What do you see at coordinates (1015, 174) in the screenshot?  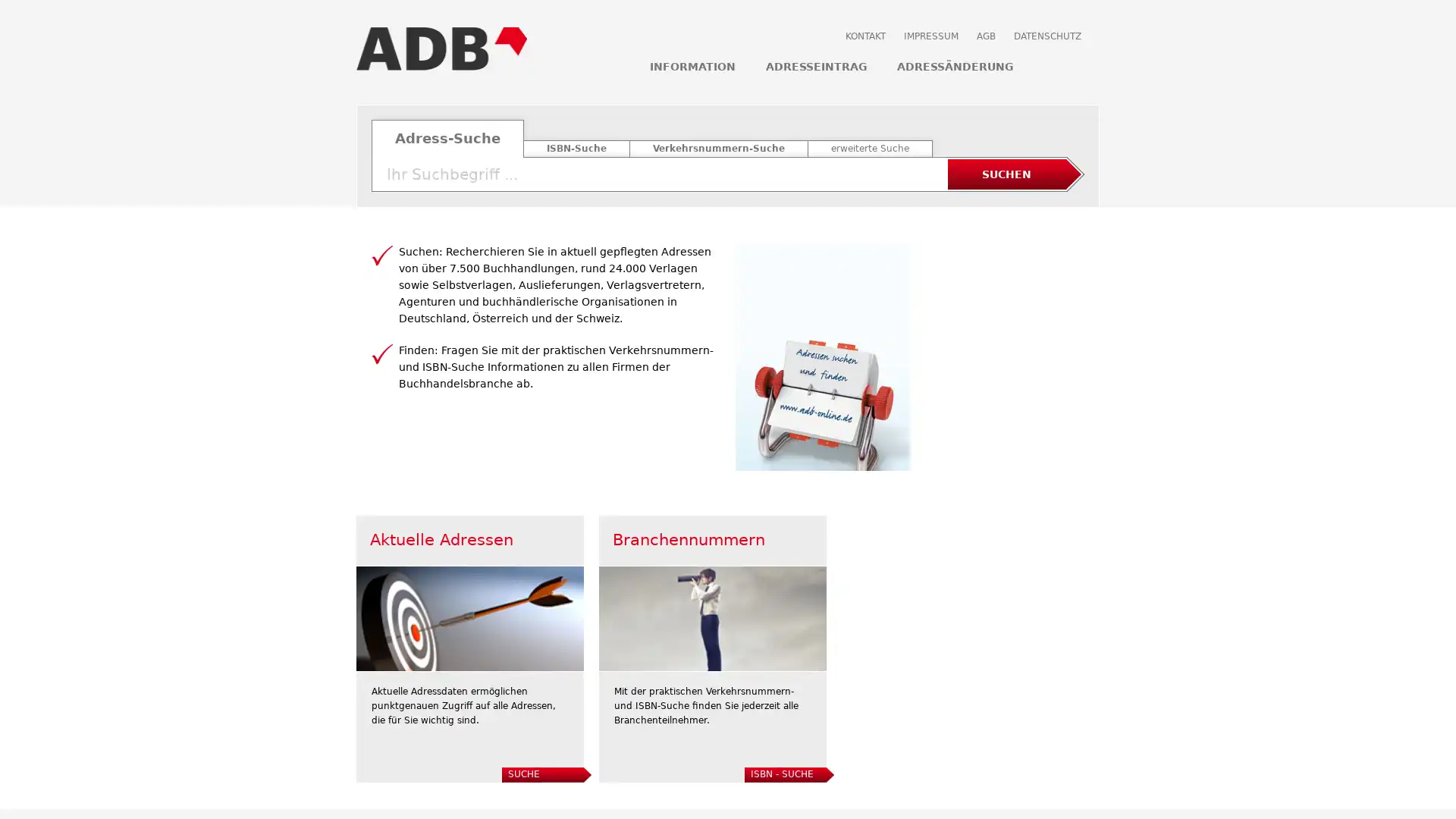 I see `SUCHEN` at bounding box center [1015, 174].